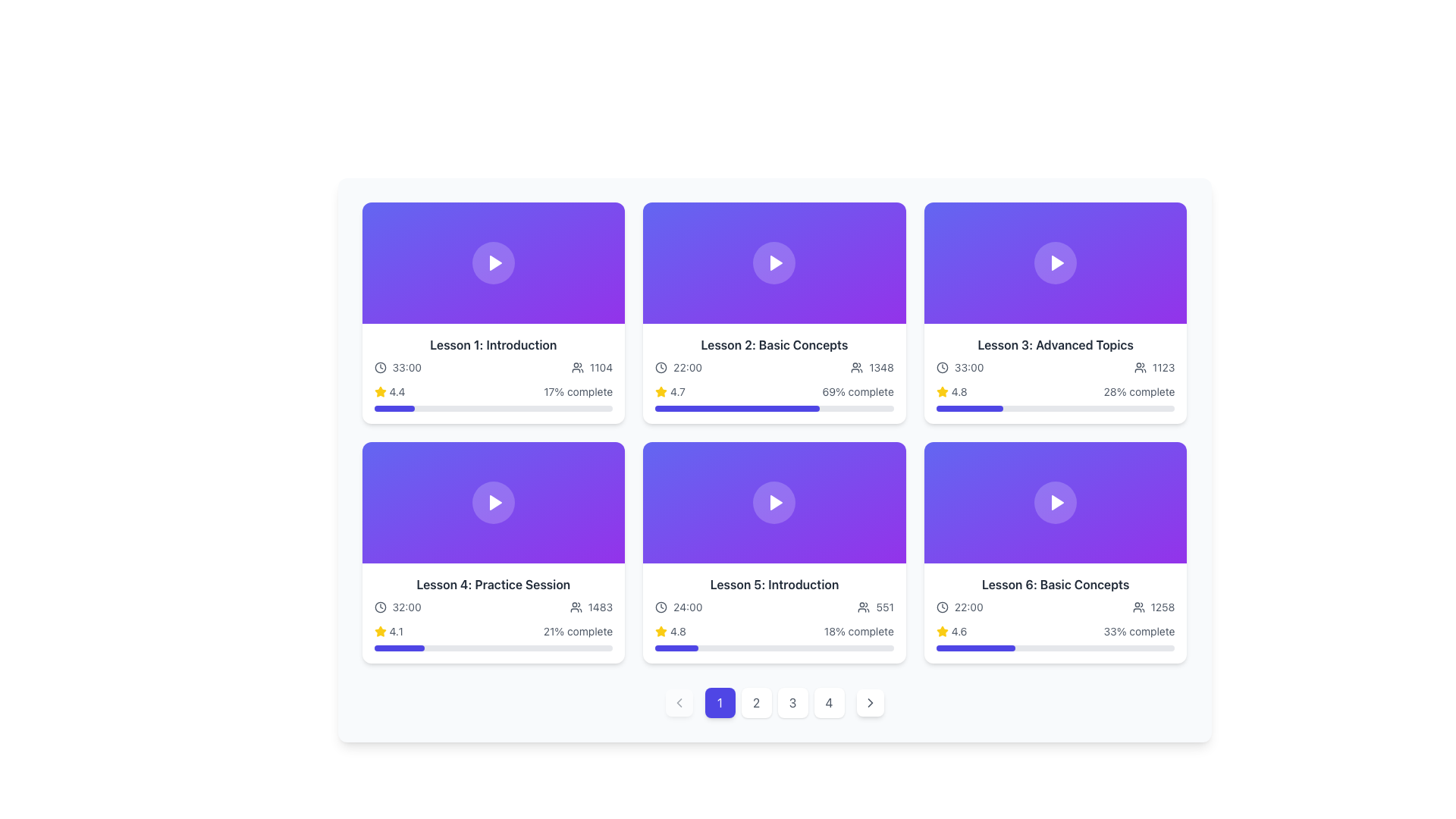 The height and width of the screenshot is (819, 1456). Describe the element at coordinates (858, 632) in the screenshot. I see `text content of the Text Label displaying the completion percentage for 'Lesson 5: Introduction', located in the bottom-right corner of the card adjacent to a gray progress bar` at that location.